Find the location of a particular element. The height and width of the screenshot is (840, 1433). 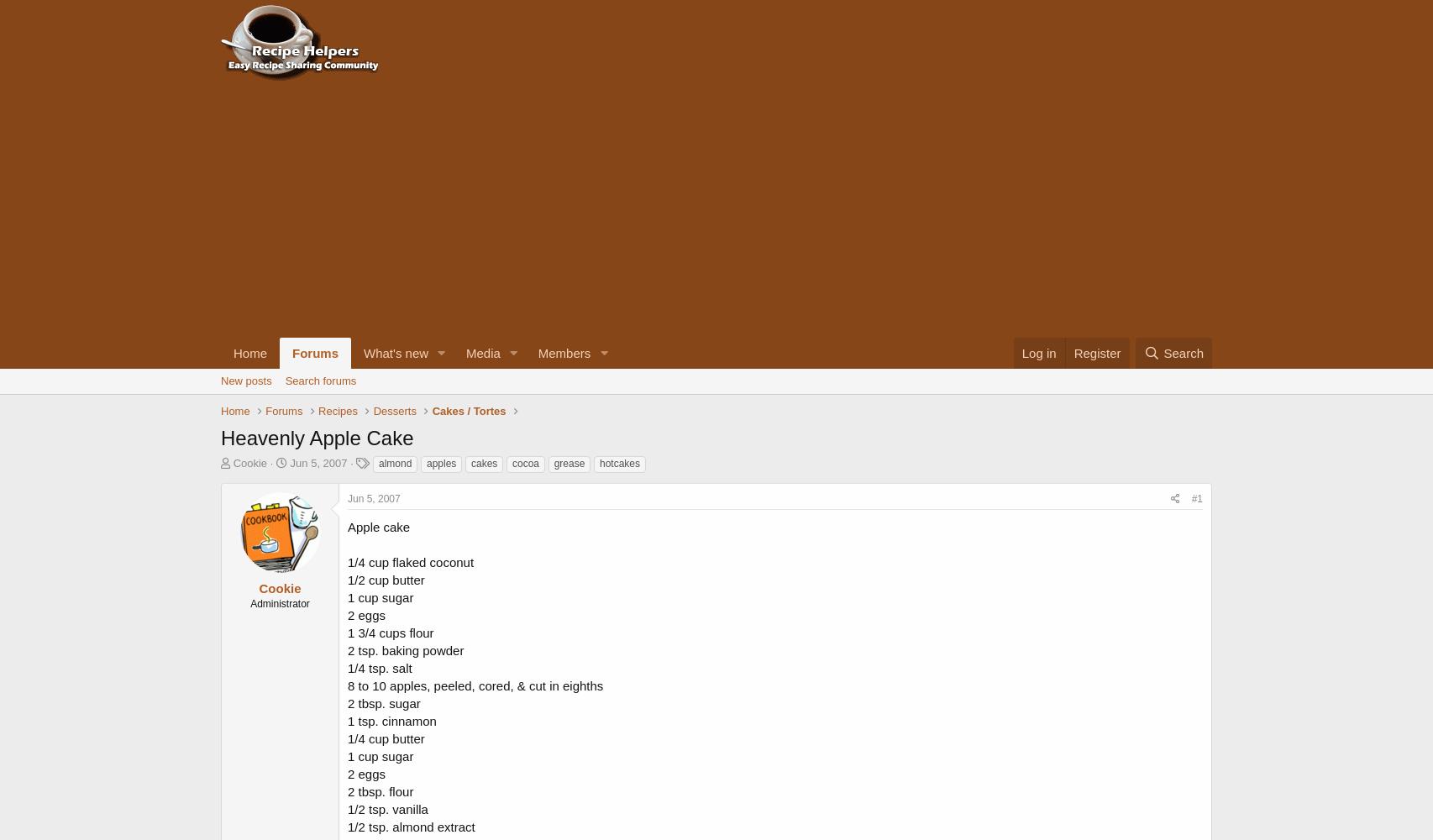

'2 tsp. baking powder' is located at coordinates (404, 649).